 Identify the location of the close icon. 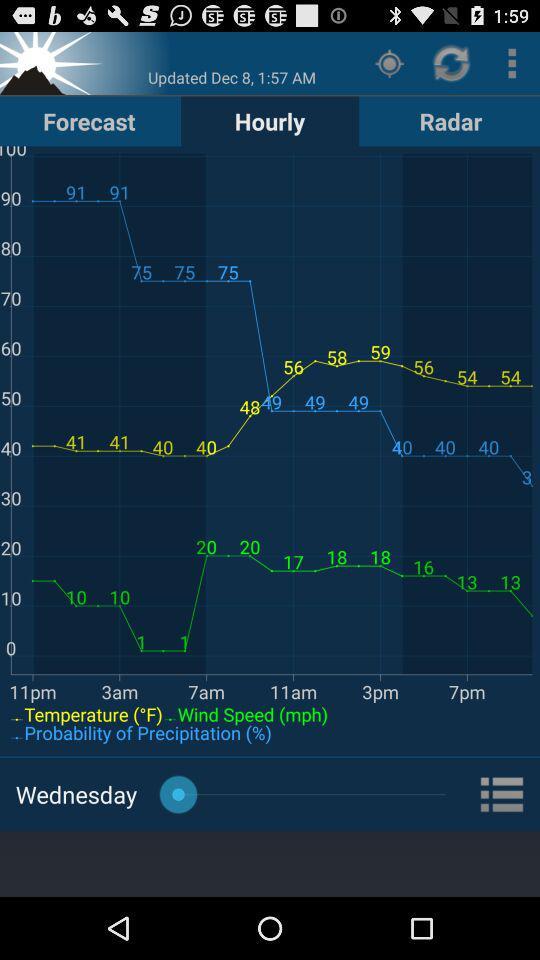
(53, 67).